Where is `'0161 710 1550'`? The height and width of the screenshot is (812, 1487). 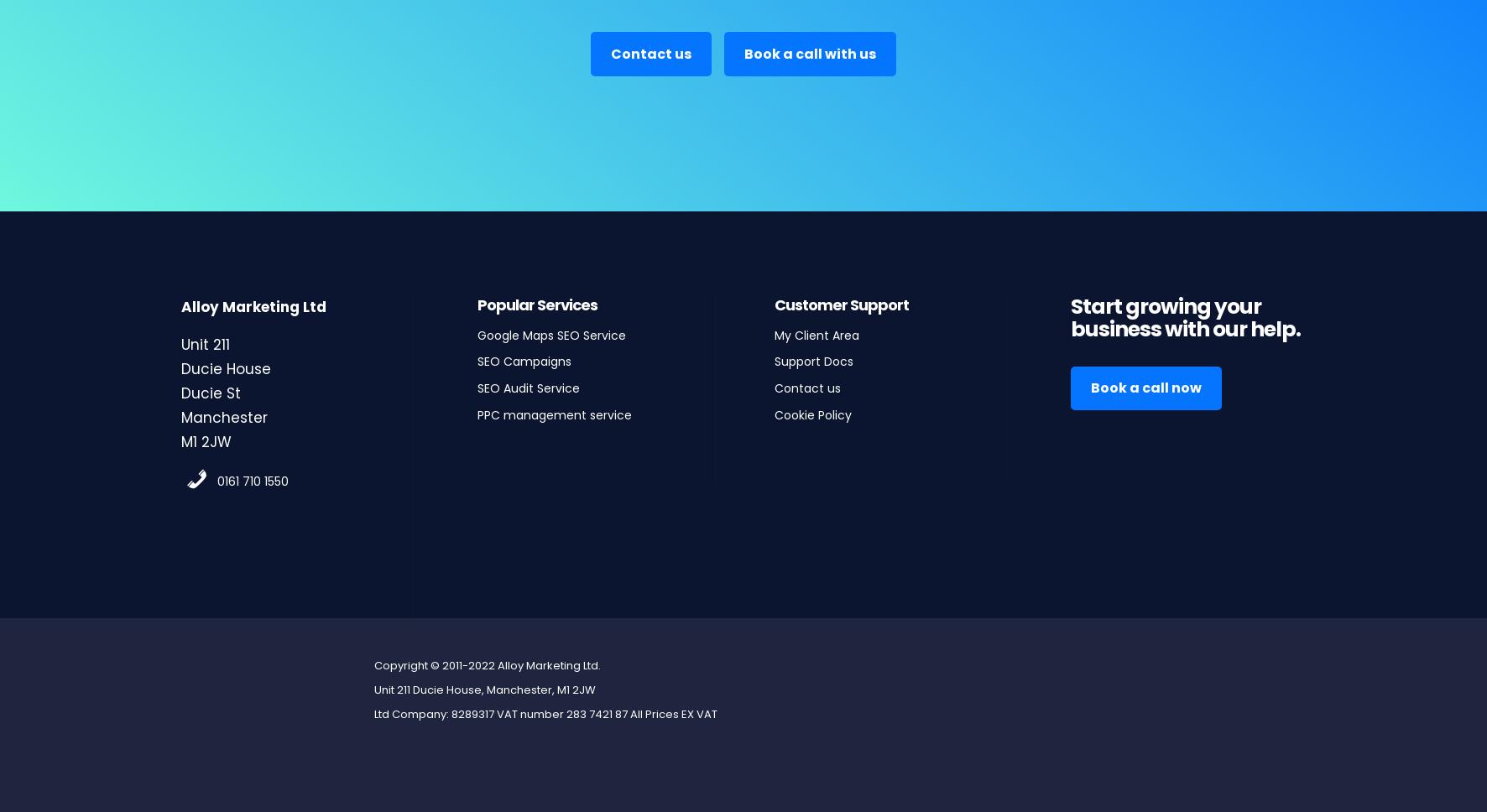 '0161 710 1550' is located at coordinates (217, 480).